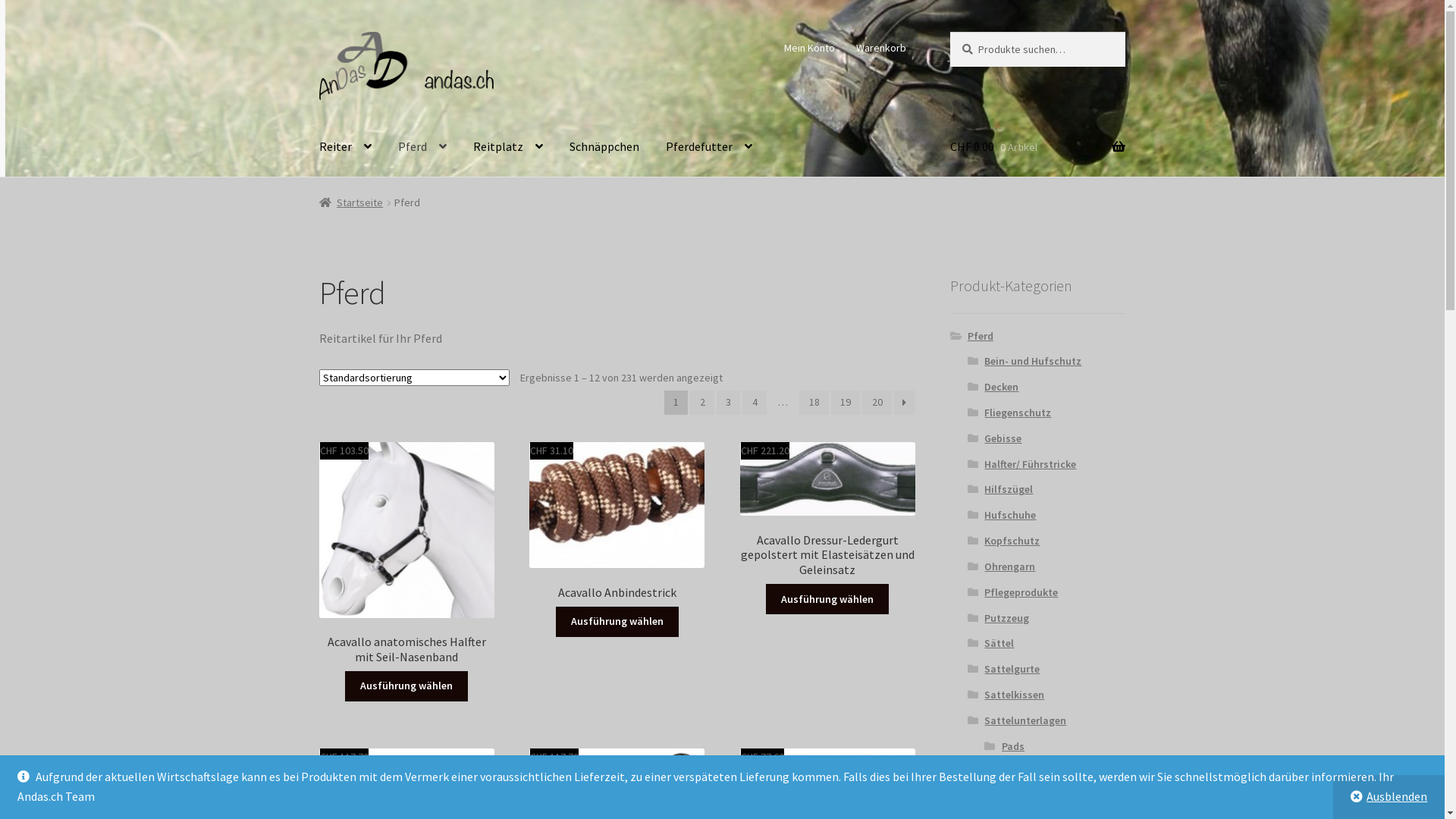 This screenshot has width=1456, height=819. I want to click on '18', so click(813, 402).